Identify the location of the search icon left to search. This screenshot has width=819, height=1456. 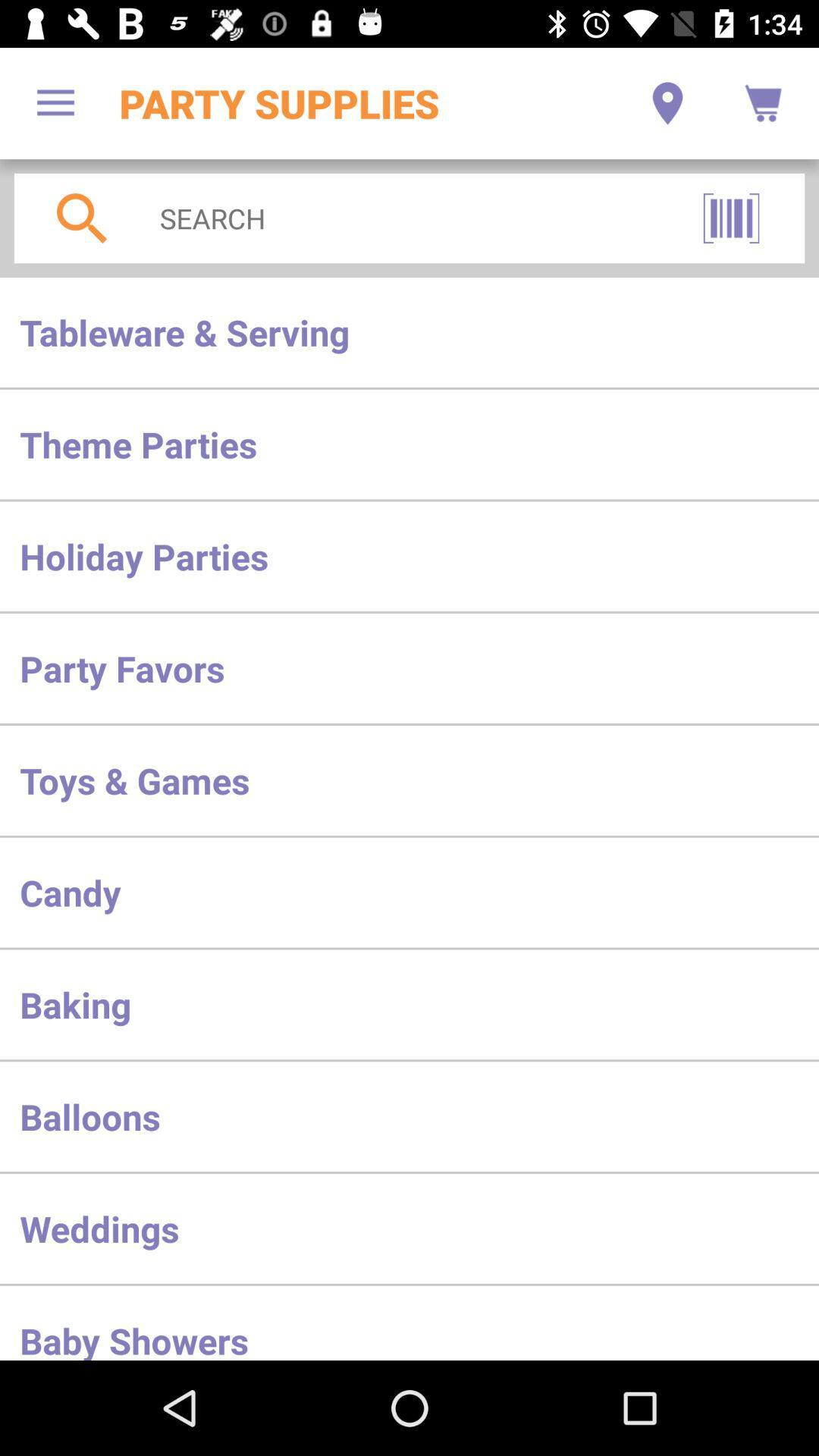
(82, 218).